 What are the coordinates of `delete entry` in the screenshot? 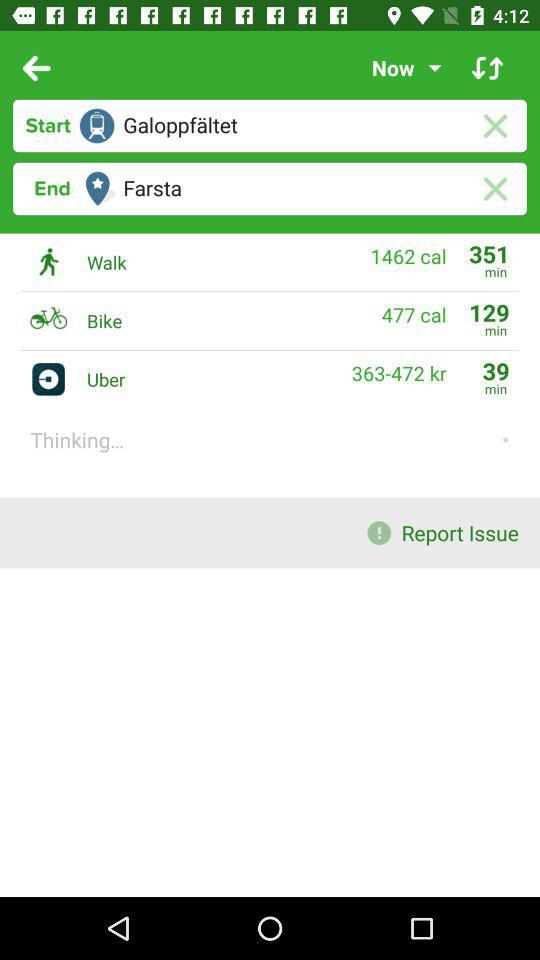 It's located at (494, 189).